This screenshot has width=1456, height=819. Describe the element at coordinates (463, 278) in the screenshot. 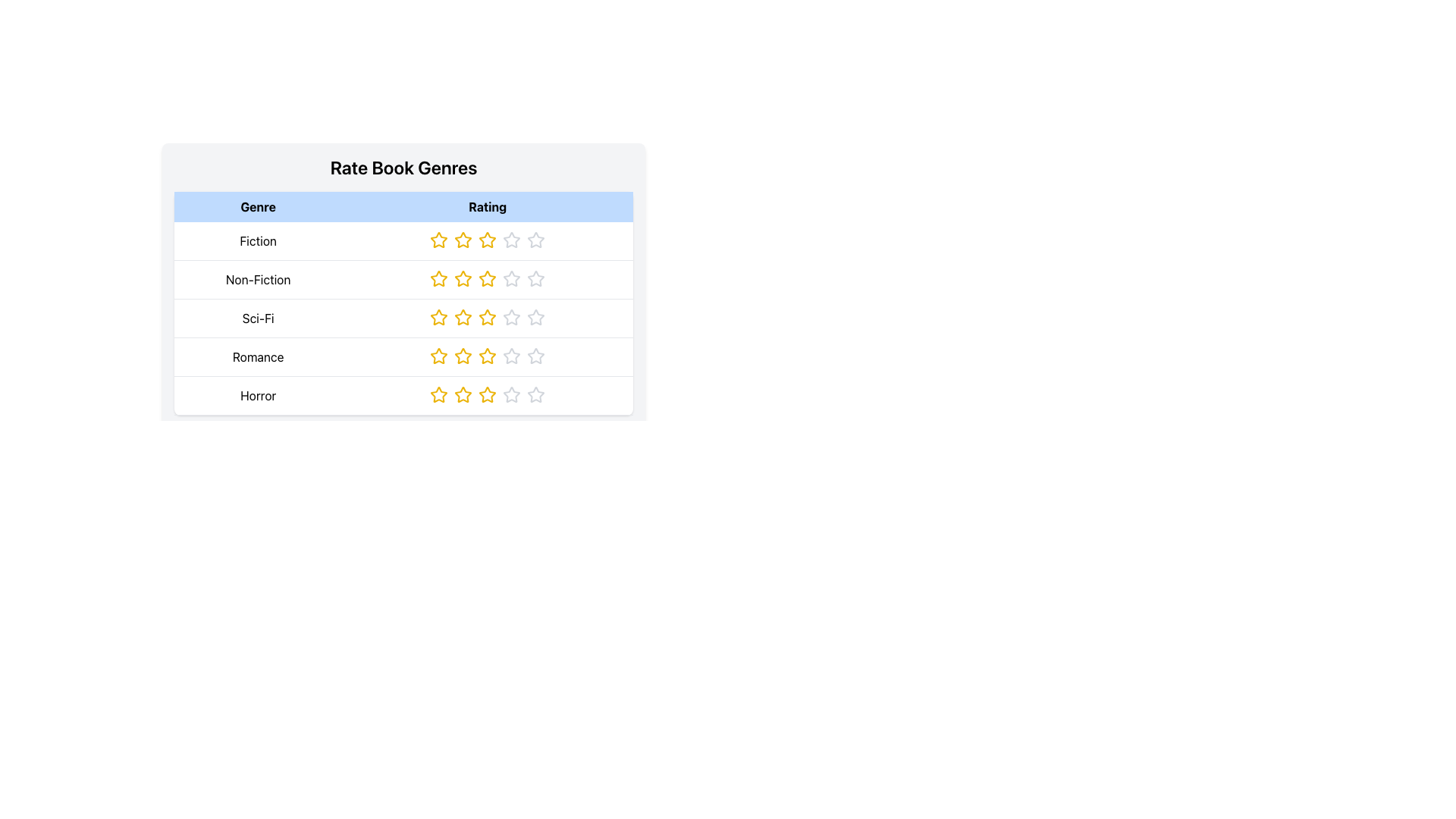

I see `the second golden star icon in the 'Rating' column for the 'Non-Fiction' row` at that location.